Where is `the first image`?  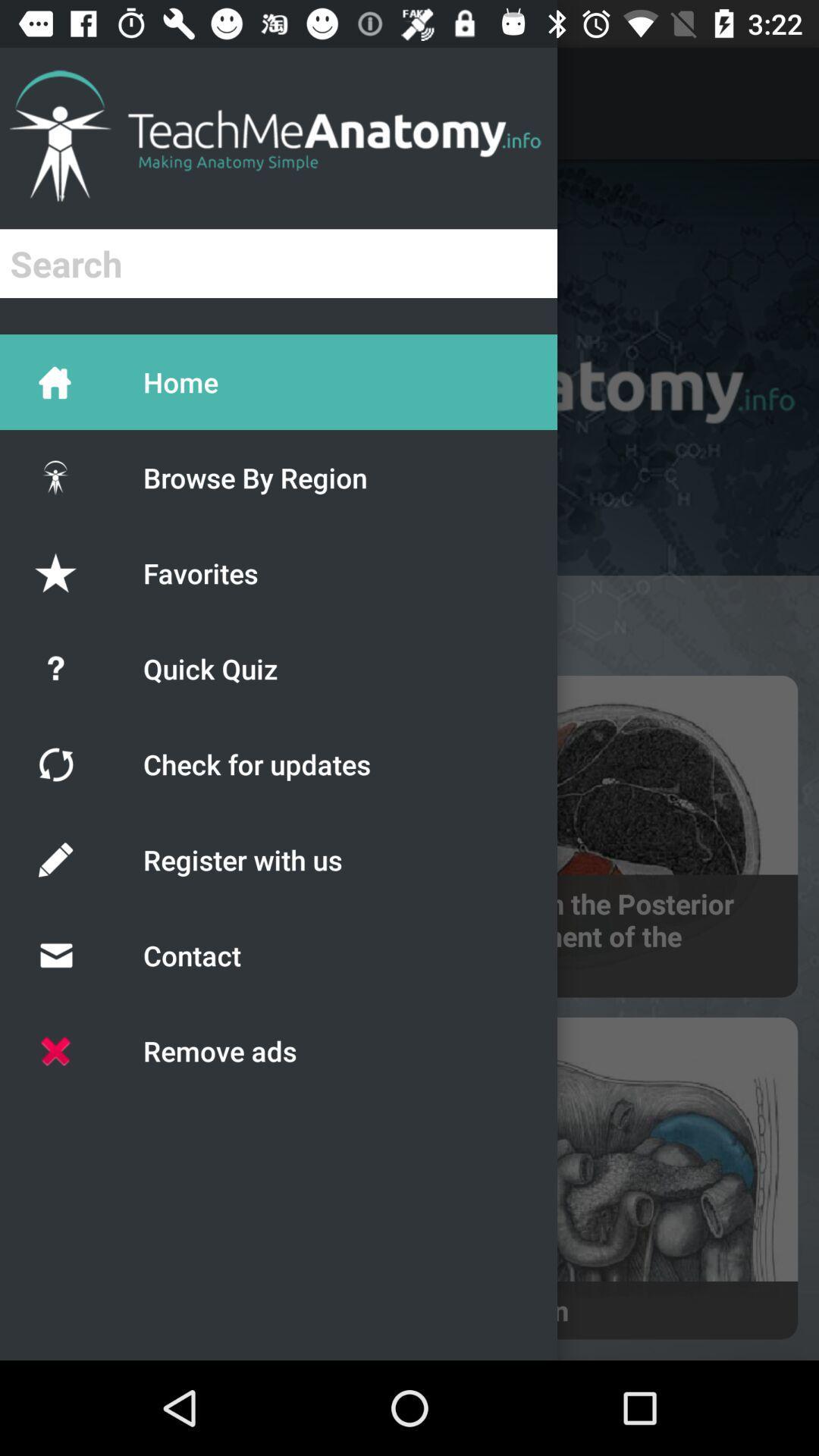 the first image is located at coordinates (607, 836).